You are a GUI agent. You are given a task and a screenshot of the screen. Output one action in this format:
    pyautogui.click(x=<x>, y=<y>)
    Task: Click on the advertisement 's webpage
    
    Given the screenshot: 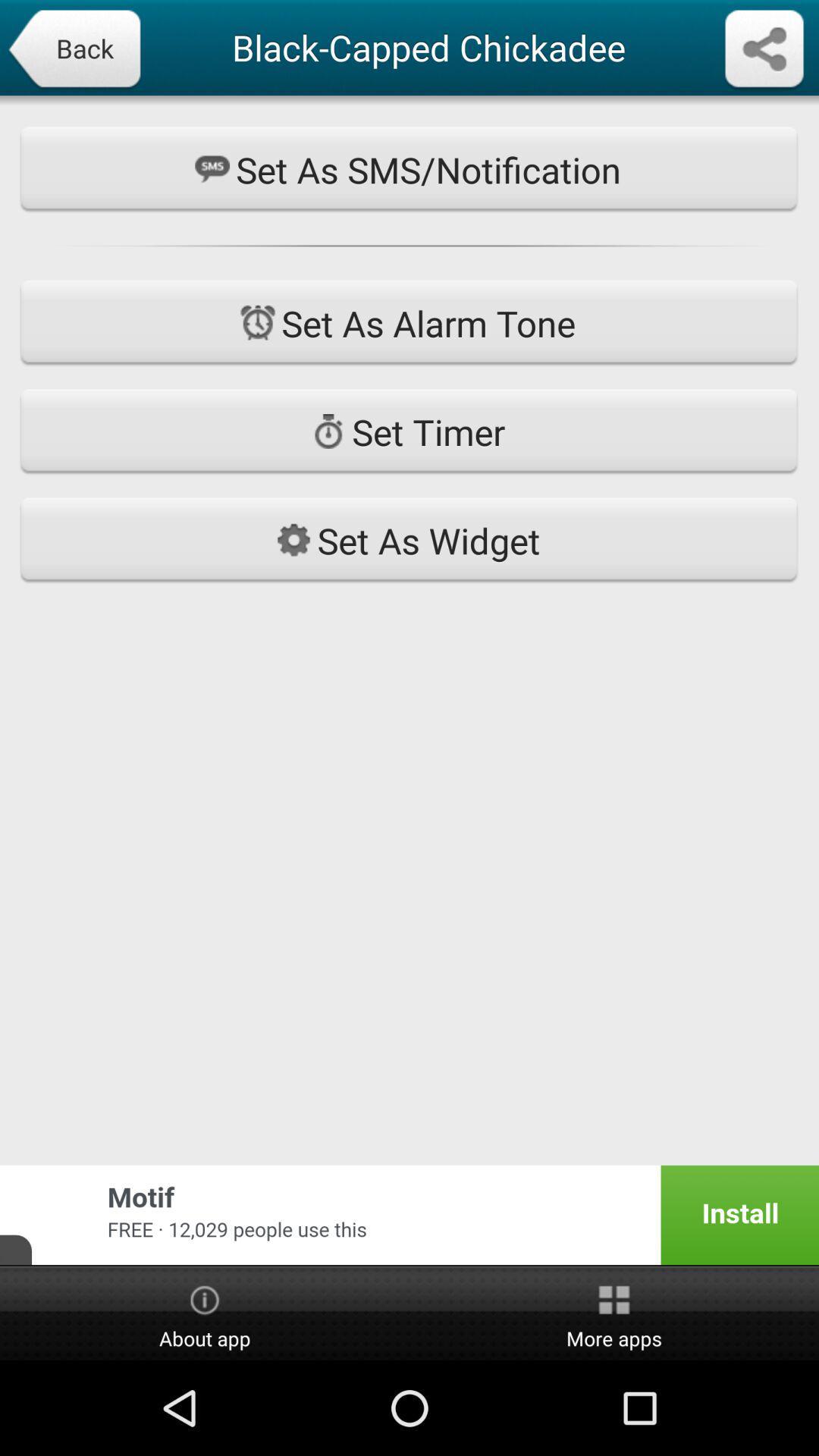 What is the action you would take?
    pyautogui.click(x=409, y=1215)
    